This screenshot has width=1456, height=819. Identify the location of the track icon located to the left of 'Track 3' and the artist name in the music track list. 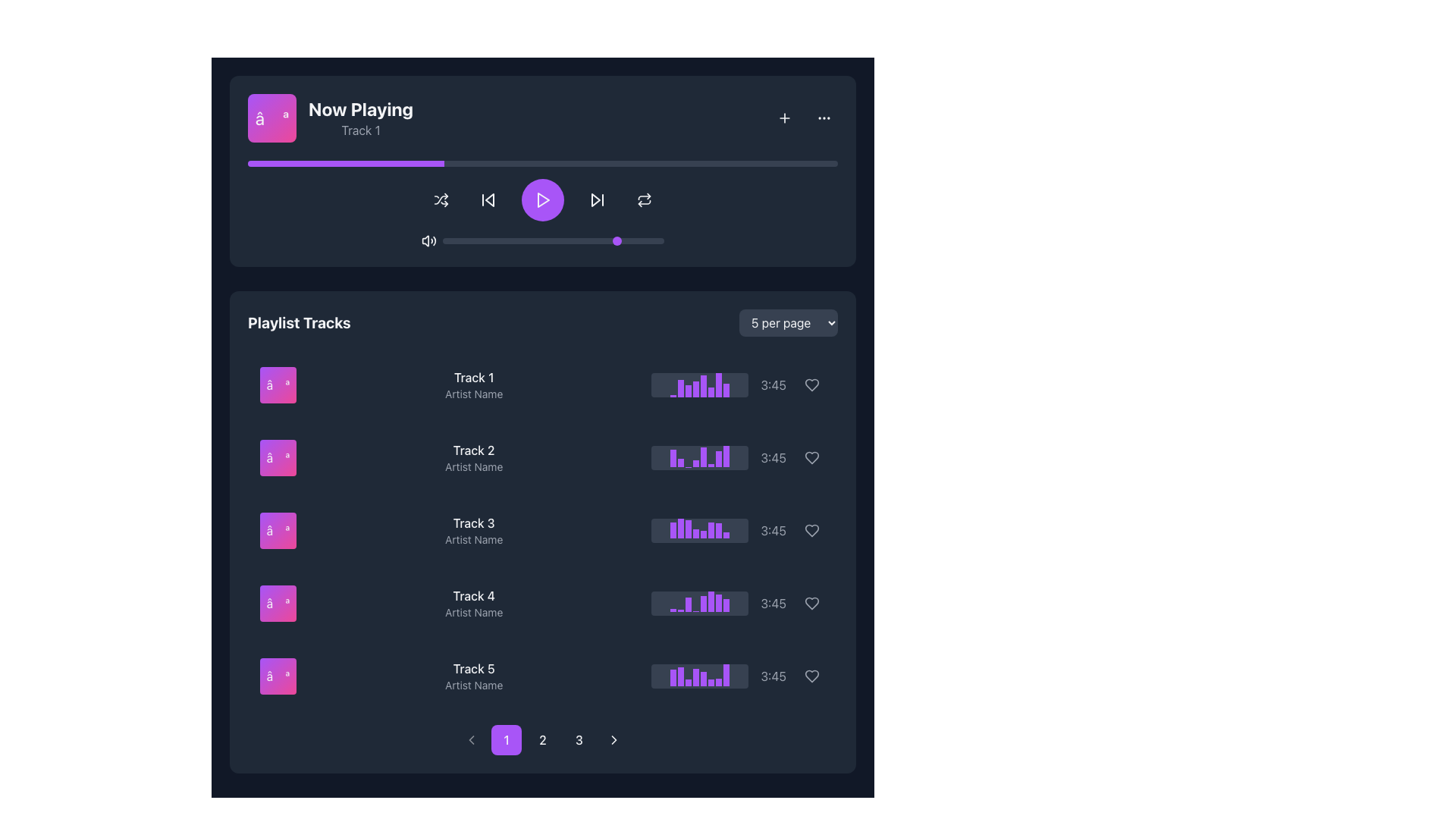
(278, 529).